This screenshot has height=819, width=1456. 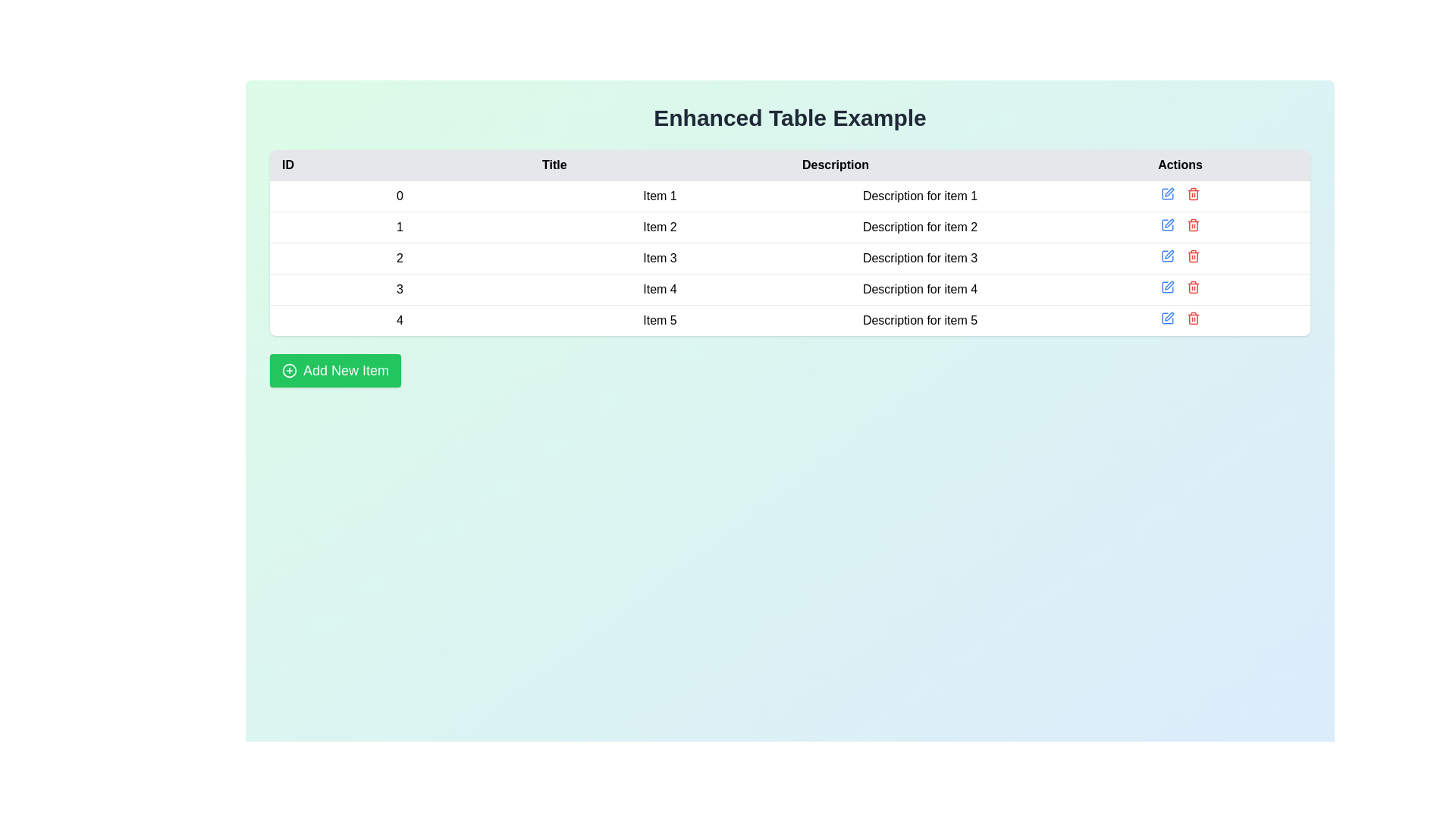 What do you see at coordinates (1192, 288) in the screenshot?
I see `the vertical body segment of the SVG trash can icon in the 'Actions' column for 'Item 4.'` at bounding box center [1192, 288].